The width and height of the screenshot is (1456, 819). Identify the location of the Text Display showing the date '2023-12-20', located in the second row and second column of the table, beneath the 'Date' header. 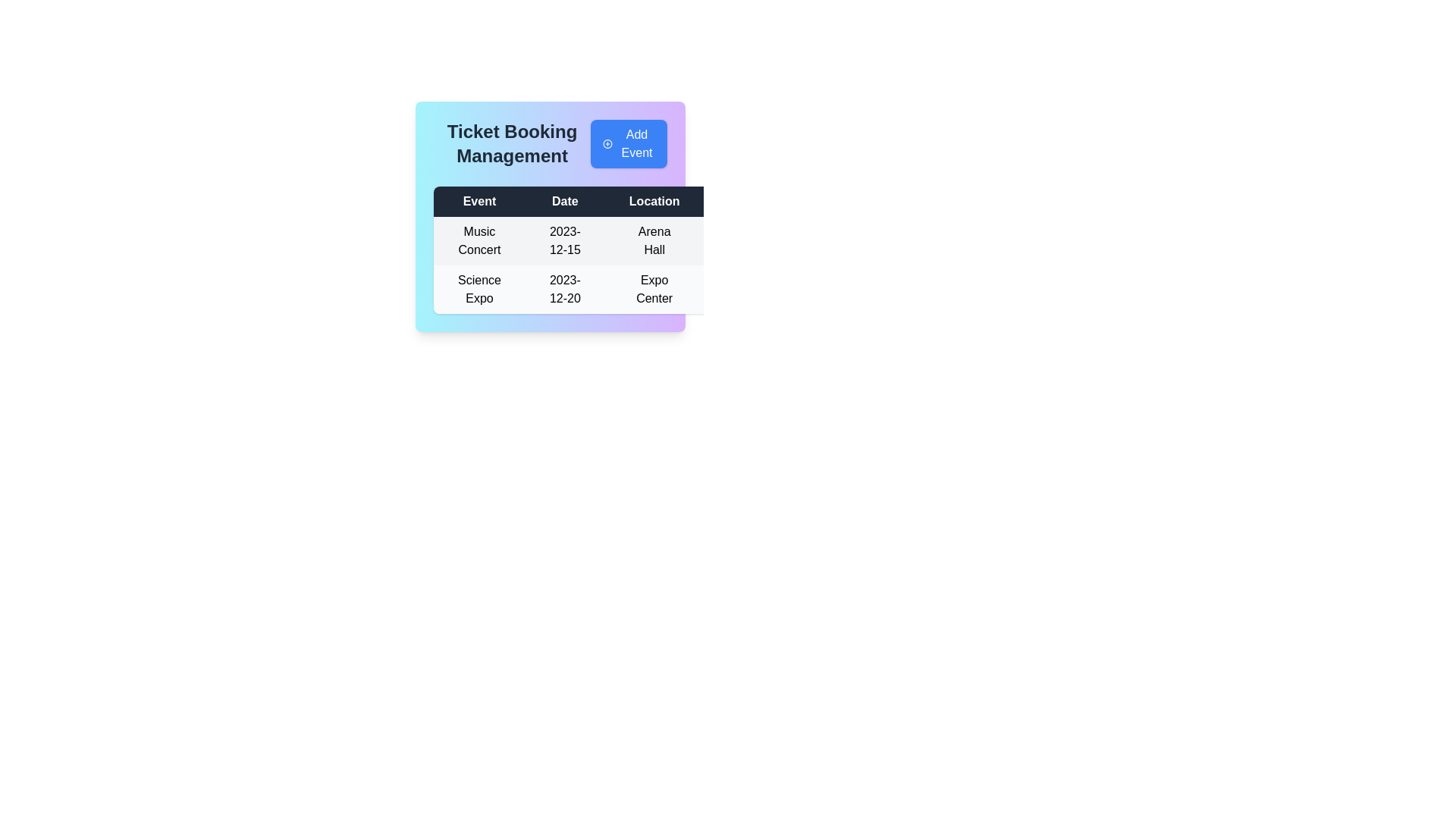
(564, 289).